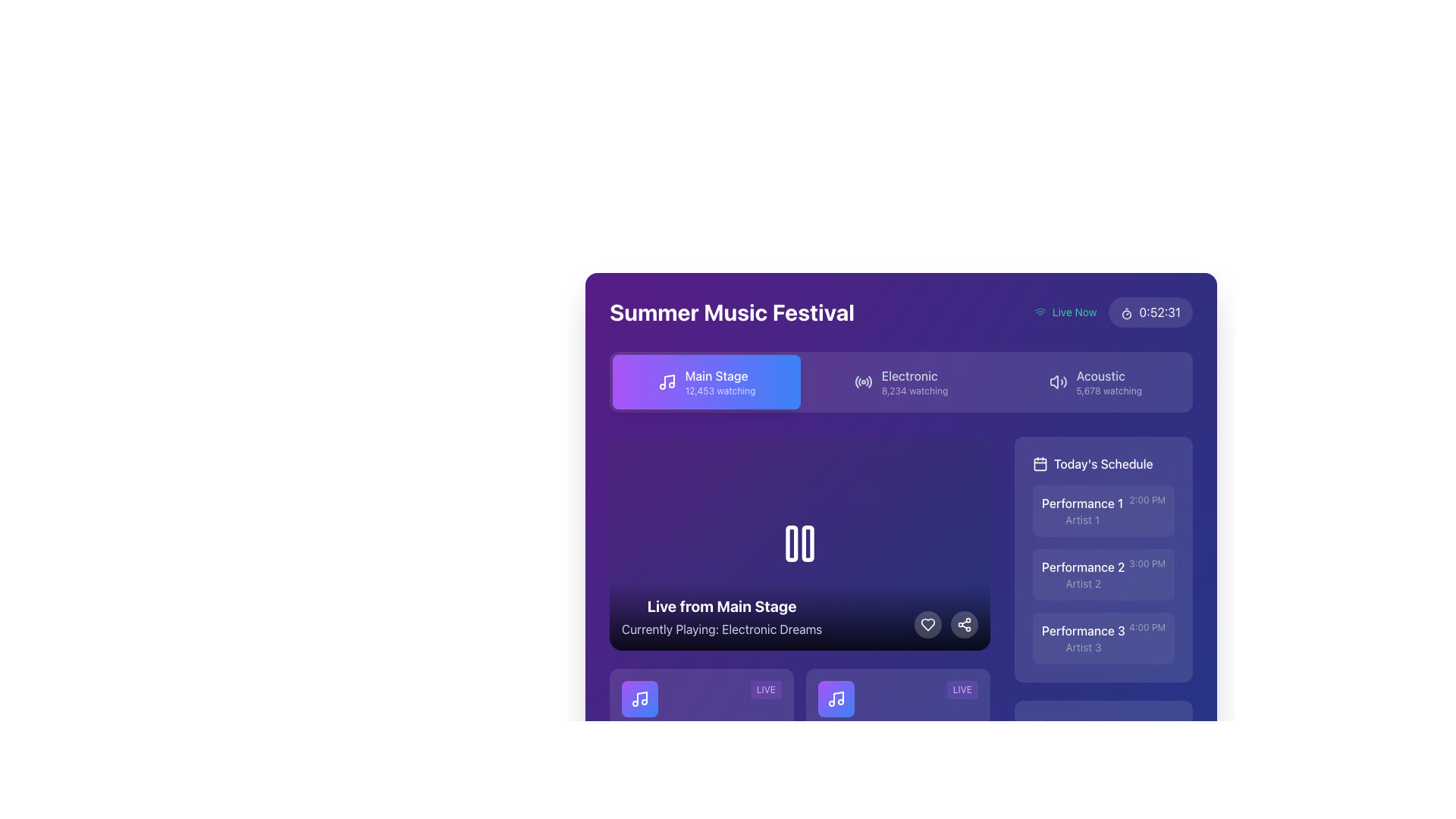  Describe the element at coordinates (1082, 575) in the screenshot. I see `the Information Display Box that shows the scheduled performance details, positioned under 'Performance 1' and above 'Performance 3' in the 'Today's Schedule' section` at that location.